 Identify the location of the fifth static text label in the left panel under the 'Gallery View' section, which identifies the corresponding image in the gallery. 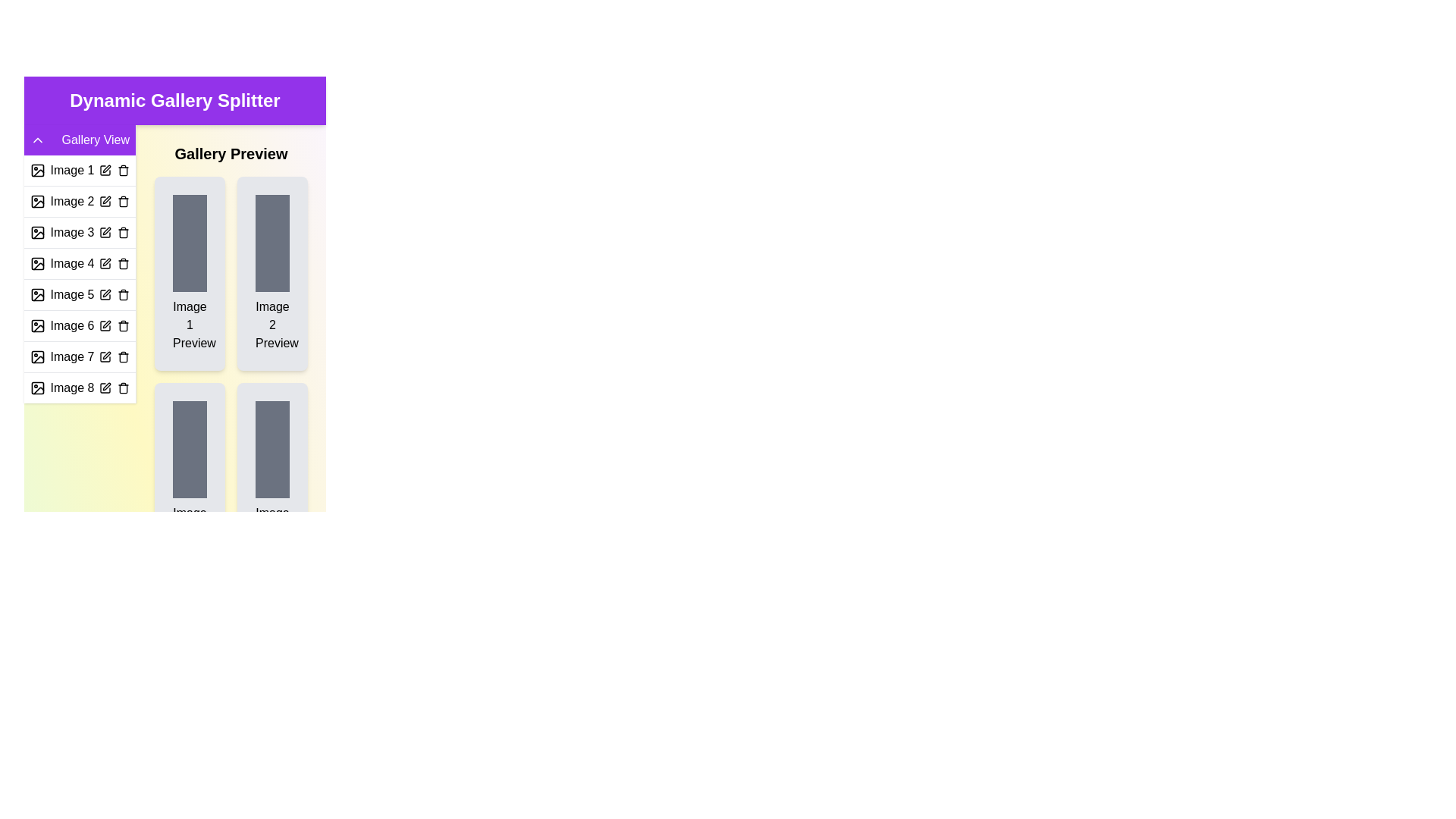
(71, 295).